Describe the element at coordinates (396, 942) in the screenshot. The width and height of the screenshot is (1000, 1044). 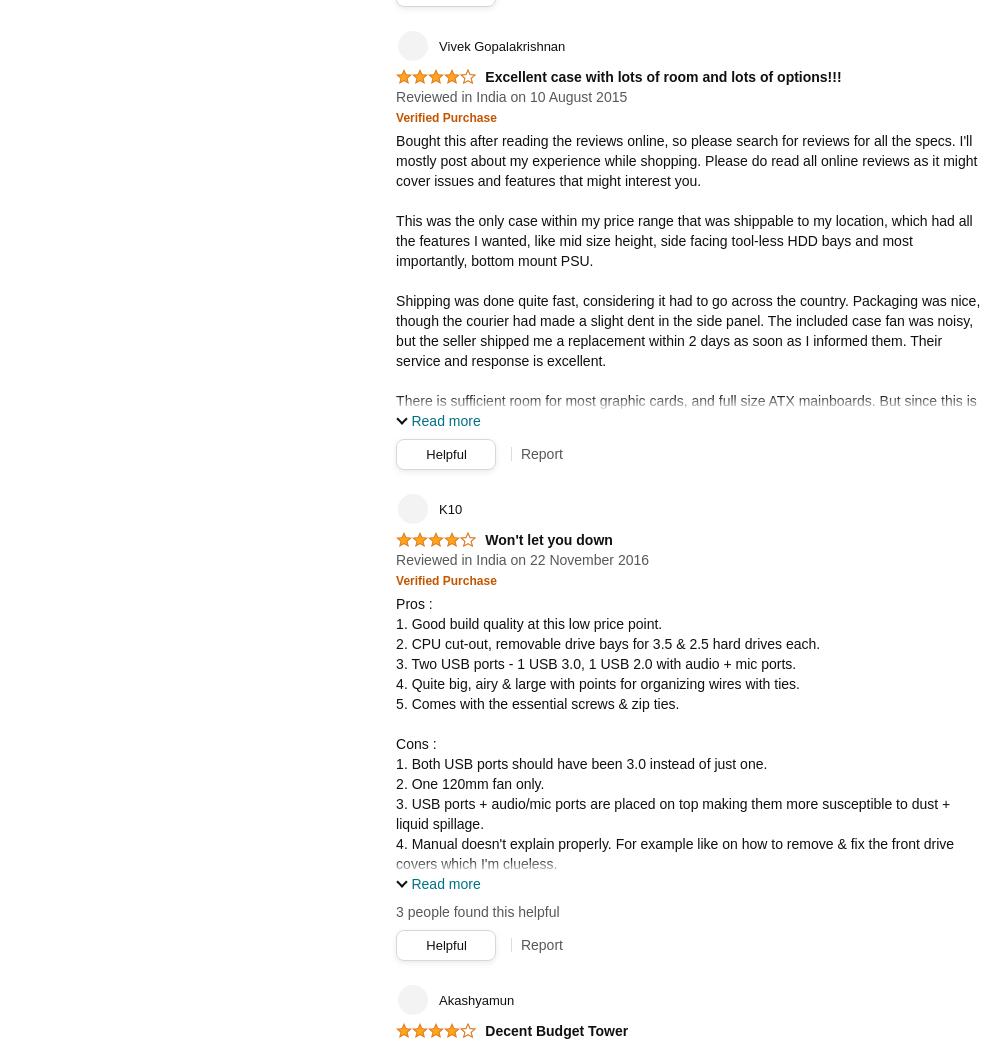
I see `'Conclusion :'` at that location.